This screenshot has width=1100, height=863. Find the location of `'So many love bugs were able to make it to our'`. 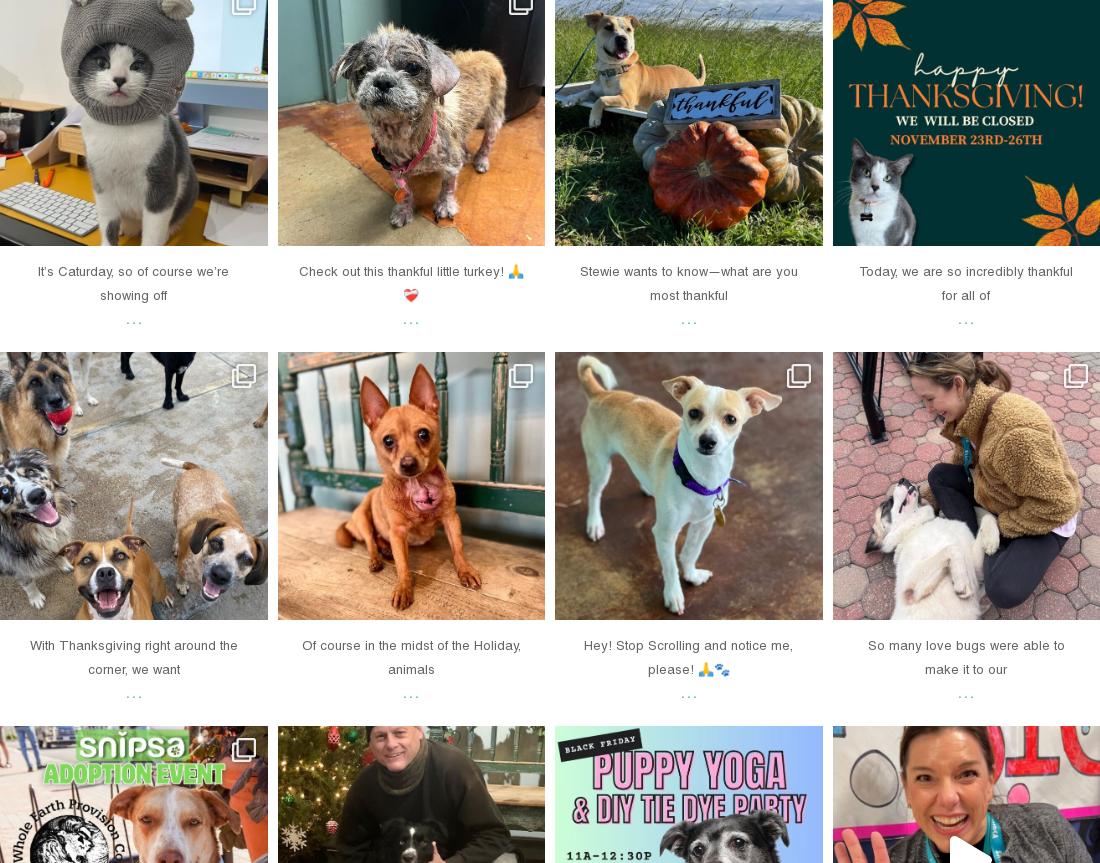

'So many love bugs were able to make it to our' is located at coordinates (964, 655).